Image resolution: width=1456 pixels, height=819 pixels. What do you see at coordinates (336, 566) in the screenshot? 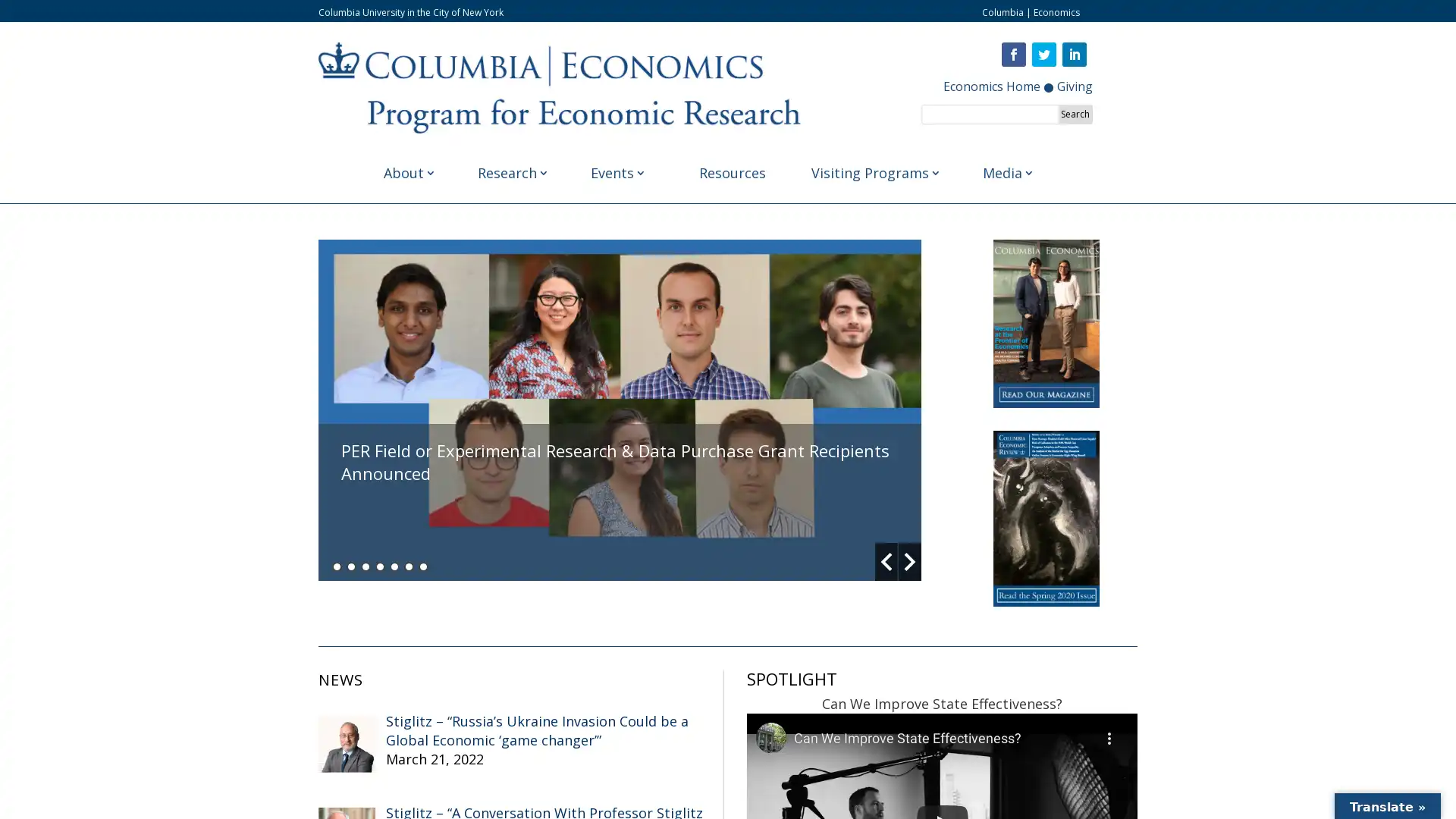
I see `1` at bounding box center [336, 566].